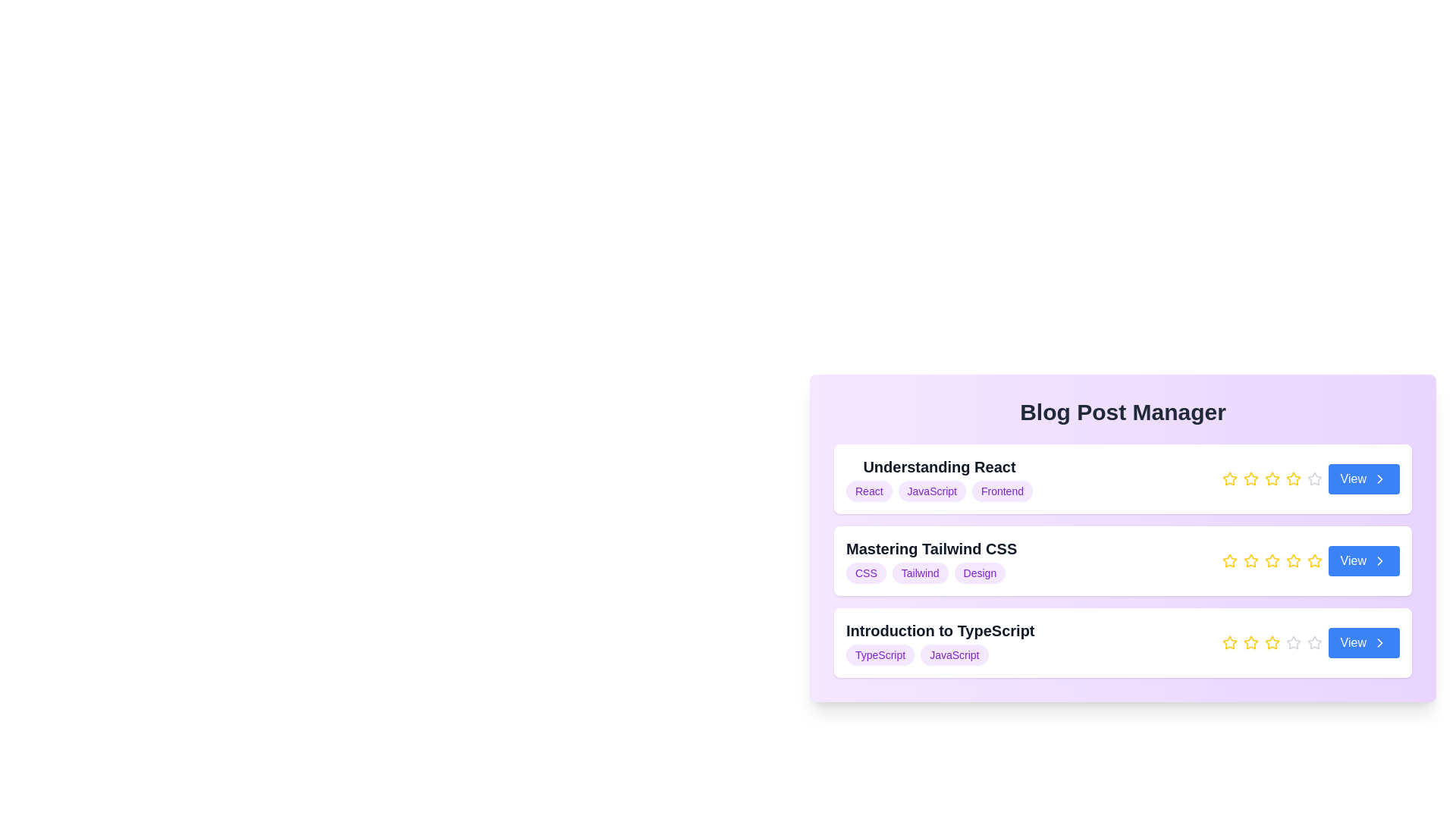 Image resolution: width=1456 pixels, height=819 pixels. What do you see at coordinates (1363, 643) in the screenshot?
I see `the rectangular button with rounded corners that has a vivid blue background and white text reading 'View', located at the right side of the card titled 'Introduction to TypeScript'` at bounding box center [1363, 643].